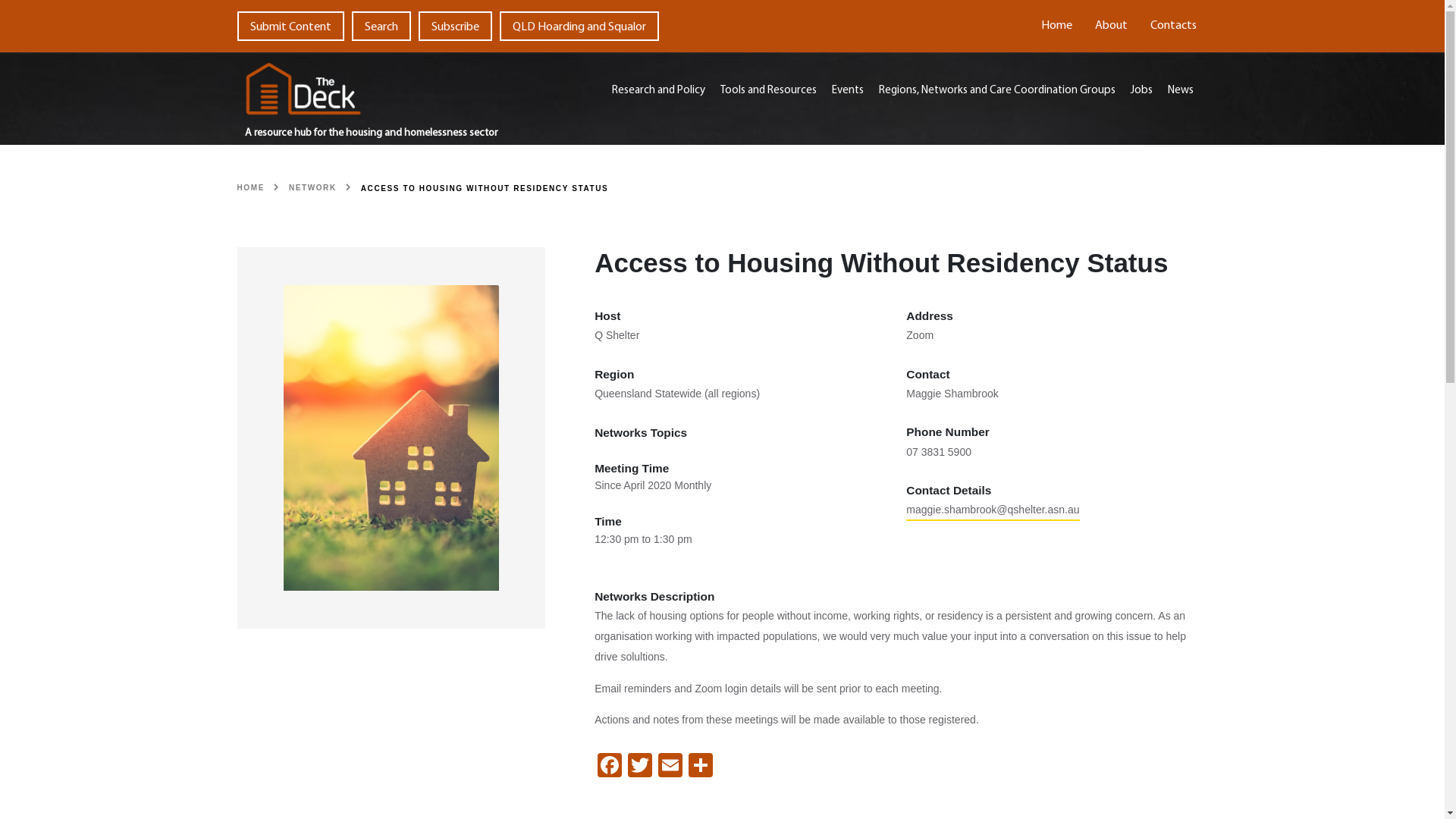  I want to click on 'Jobs', so click(1123, 91).